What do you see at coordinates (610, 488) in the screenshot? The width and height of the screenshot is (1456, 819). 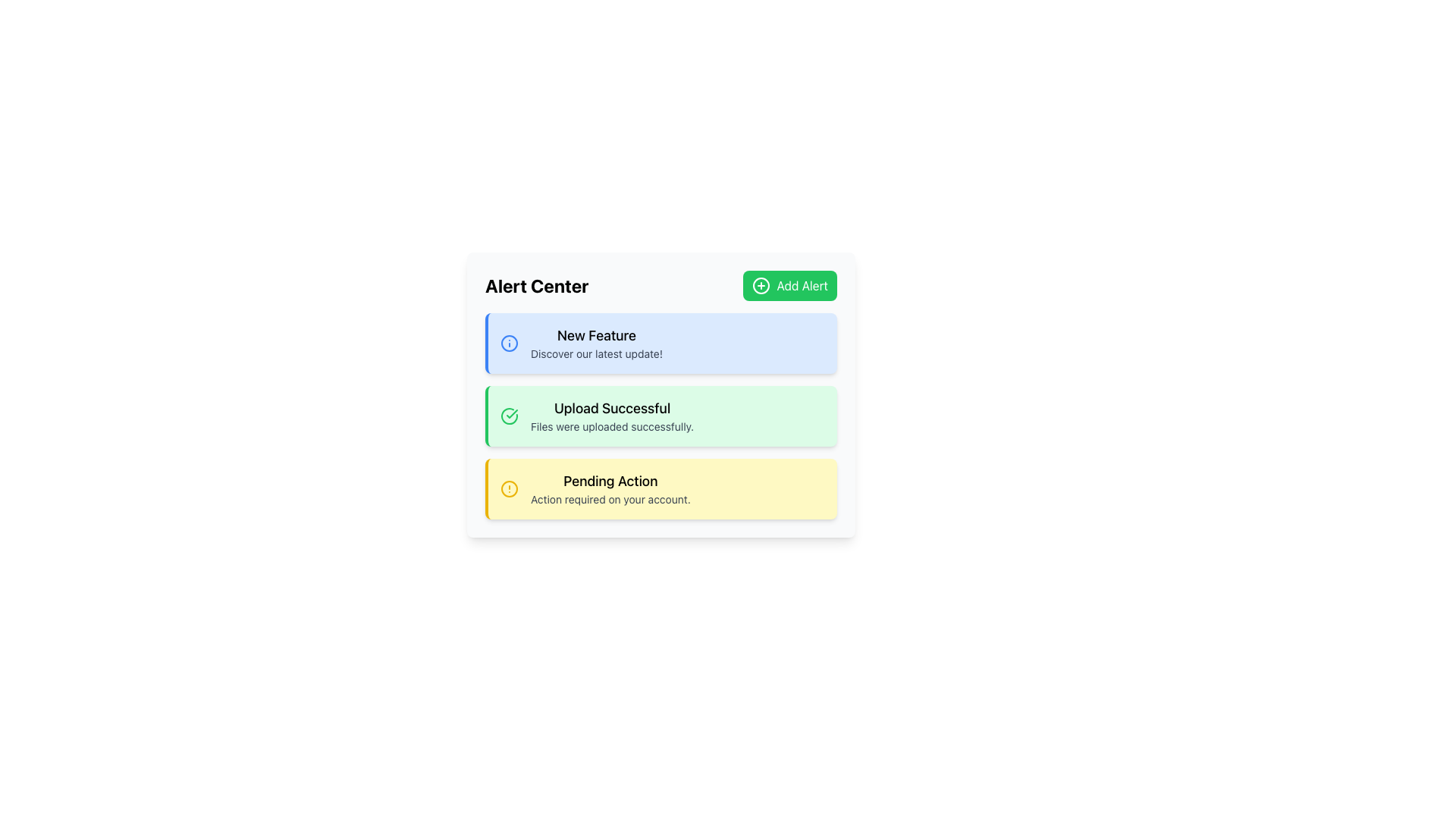 I see `the 'Pending Action' textual notification element, which is the main text in the third alert box of the Alert Center interface, displayed on a yellow background` at bounding box center [610, 488].